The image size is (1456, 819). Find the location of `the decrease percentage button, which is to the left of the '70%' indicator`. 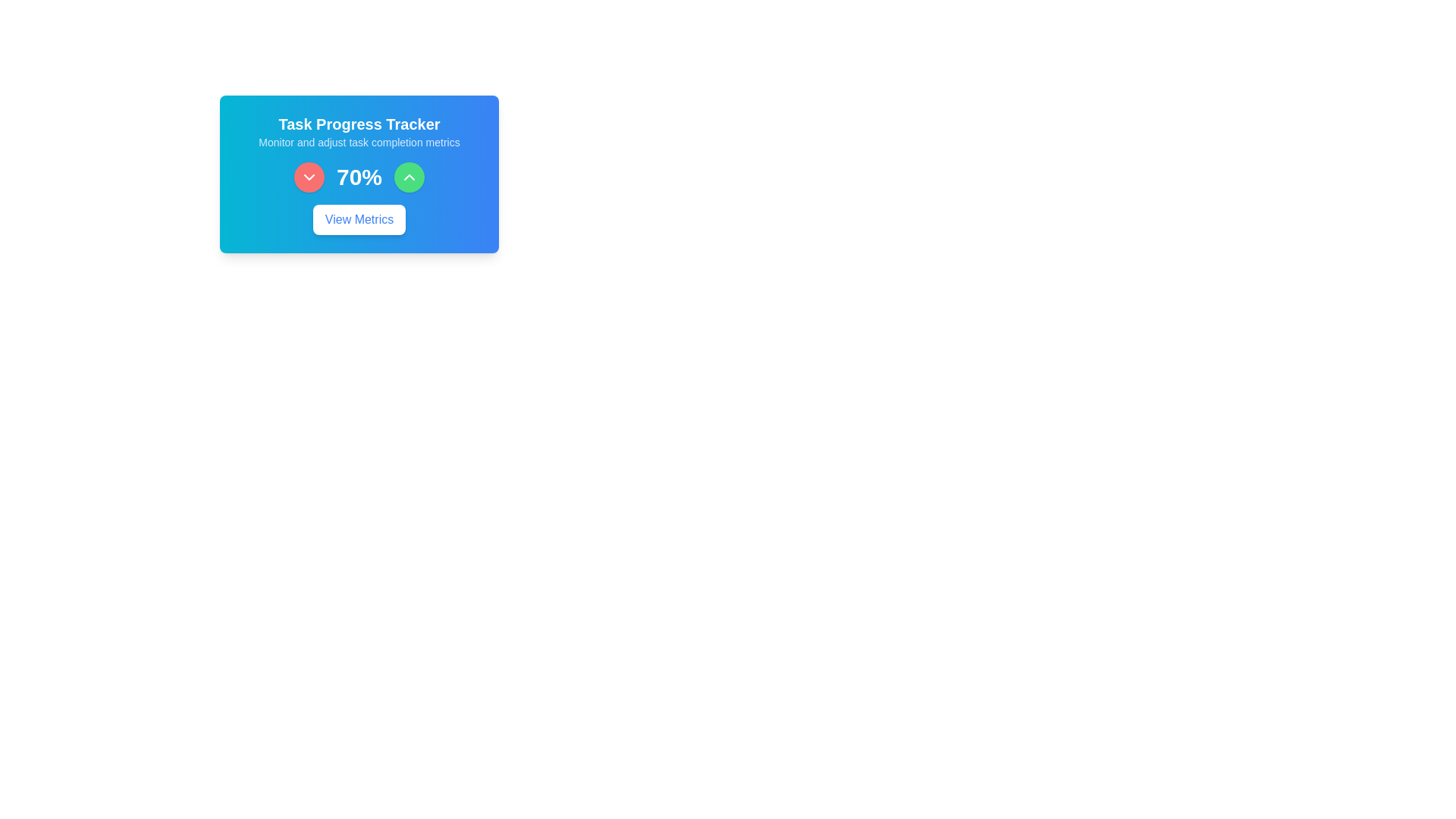

the decrease percentage button, which is to the left of the '70%' indicator is located at coordinates (309, 177).